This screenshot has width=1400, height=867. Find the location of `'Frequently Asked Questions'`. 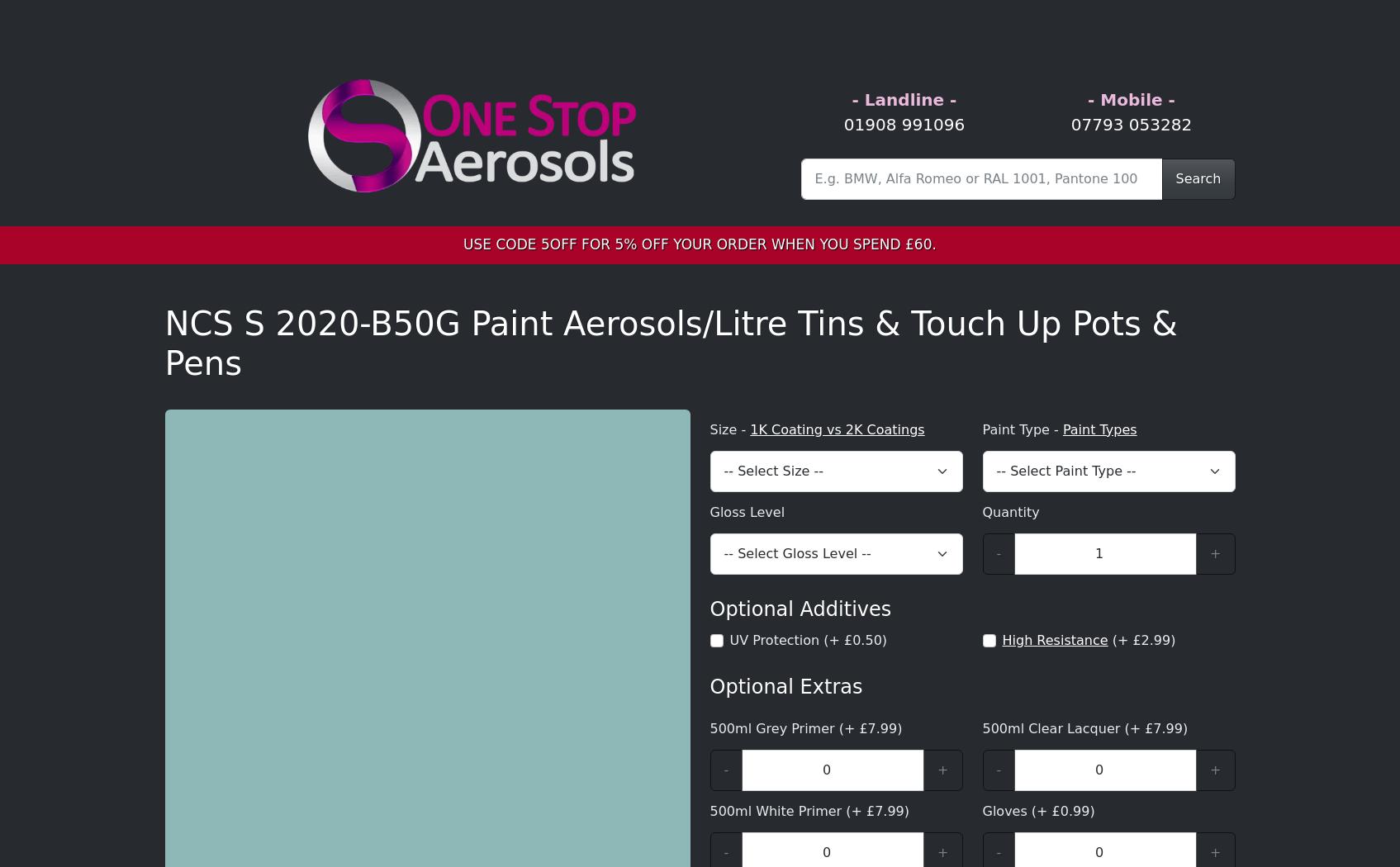

'Frequently Asked Questions' is located at coordinates (348, 750).